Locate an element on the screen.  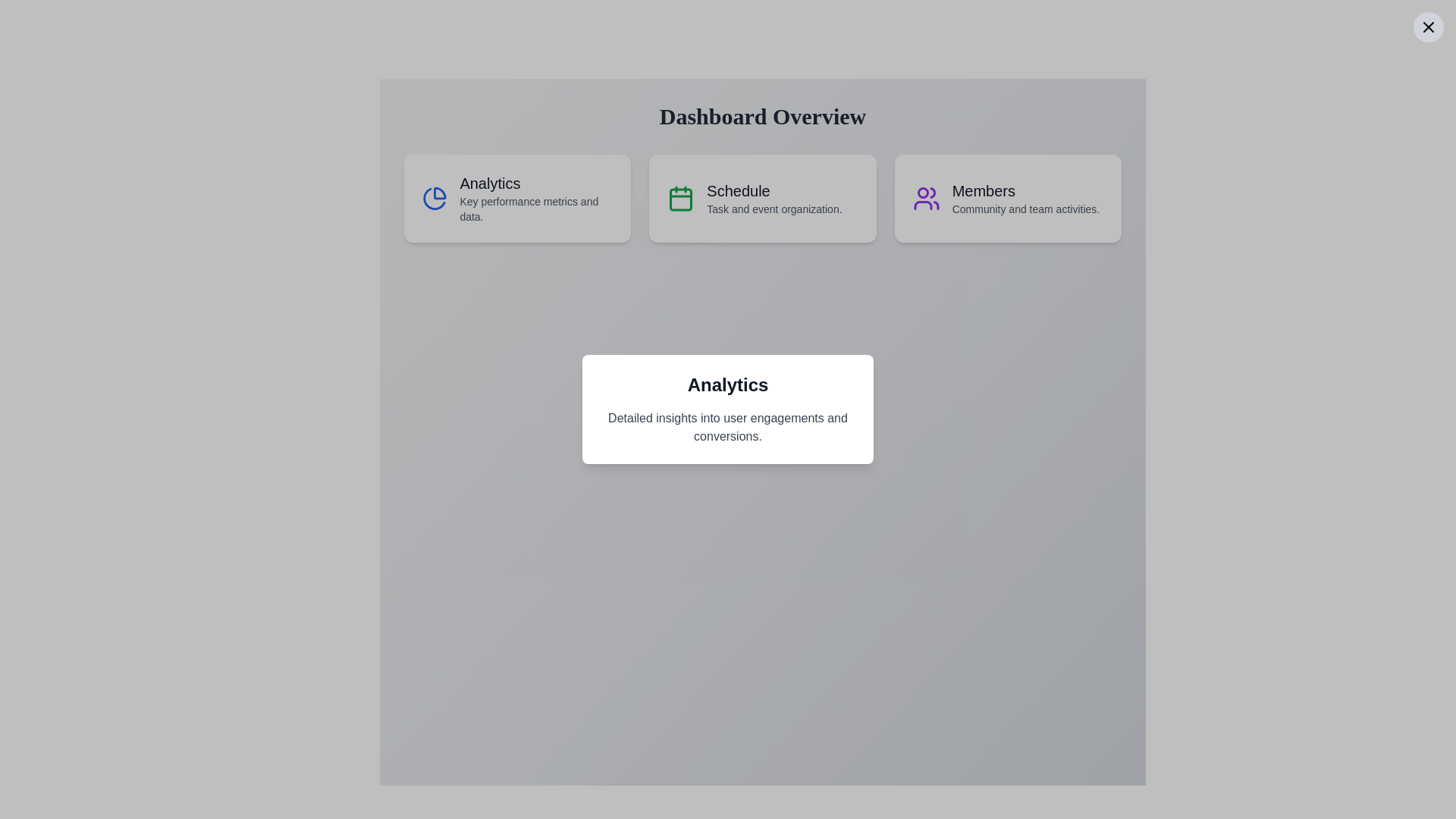
the Text block that presents a title and description related to scheduling tasks and events, located between the 'Analytics' and 'Members' elements, beneath a green calendar icon is located at coordinates (774, 198).